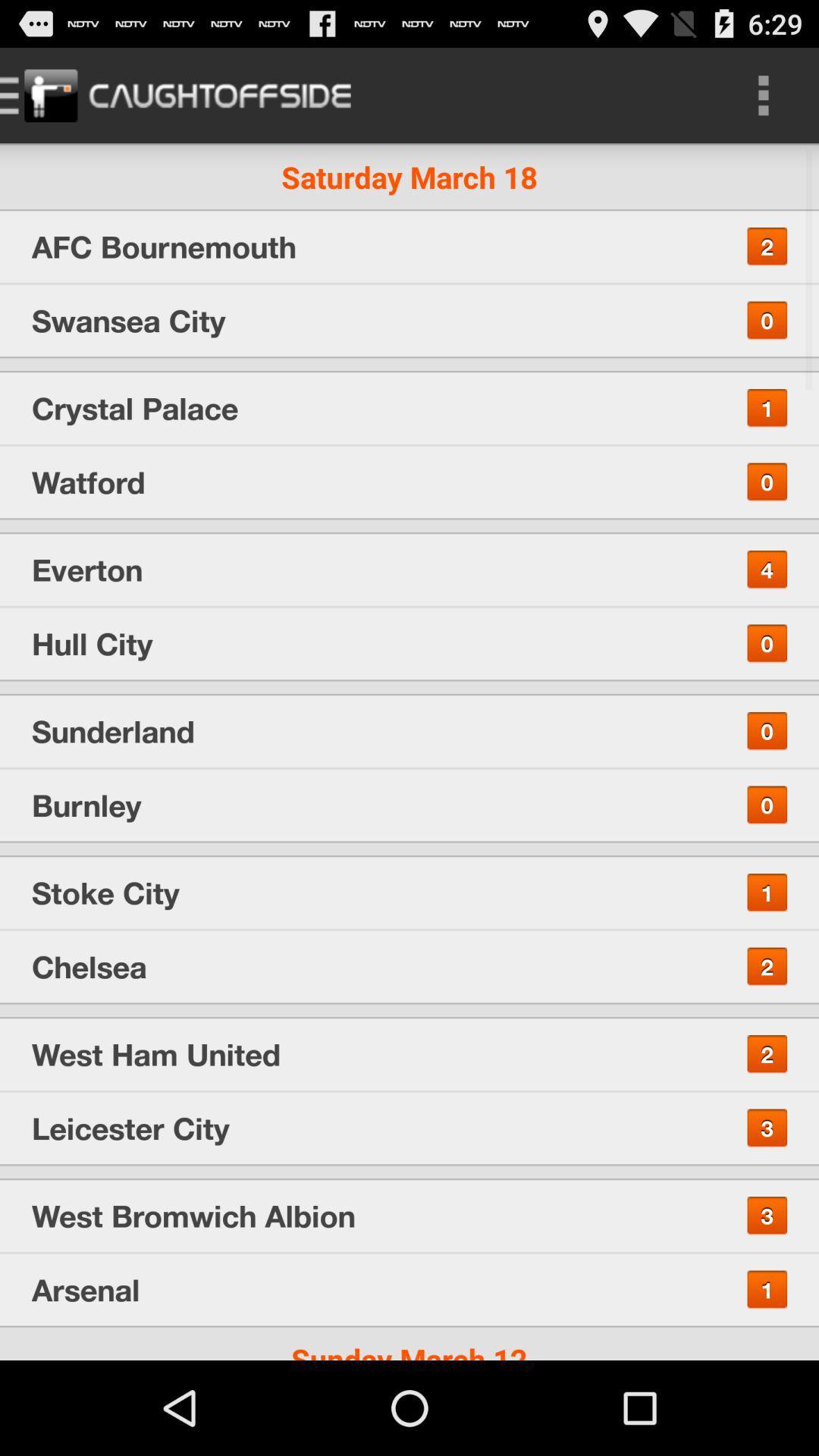  I want to click on item to the right of the saturday march 18 app, so click(763, 94).